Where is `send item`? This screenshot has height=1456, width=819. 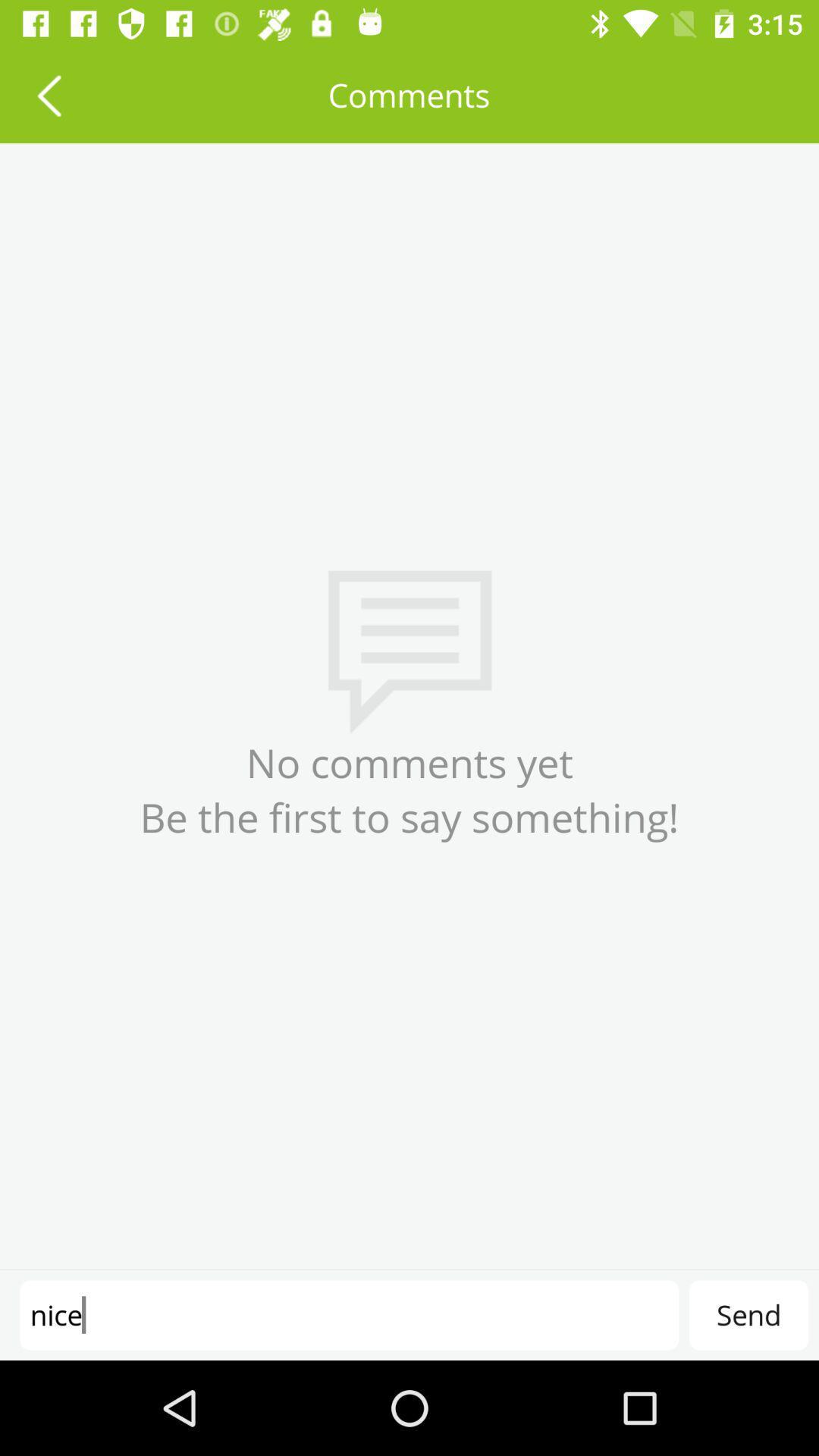 send item is located at coordinates (748, 1314).